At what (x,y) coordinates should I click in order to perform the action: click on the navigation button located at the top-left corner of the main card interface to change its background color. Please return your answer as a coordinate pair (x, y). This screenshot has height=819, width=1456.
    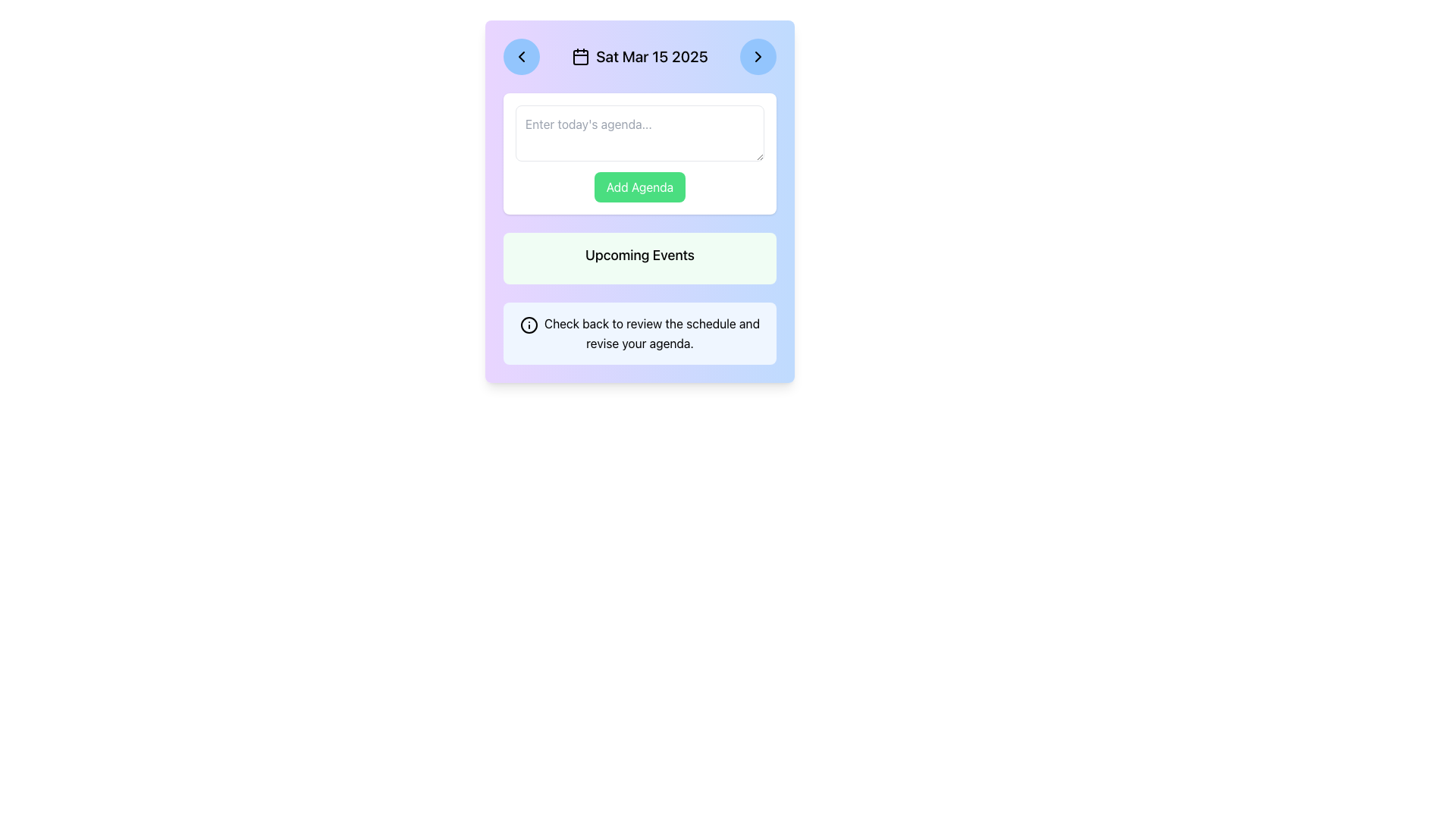
    Looking at the image, I should click on (521, 55).